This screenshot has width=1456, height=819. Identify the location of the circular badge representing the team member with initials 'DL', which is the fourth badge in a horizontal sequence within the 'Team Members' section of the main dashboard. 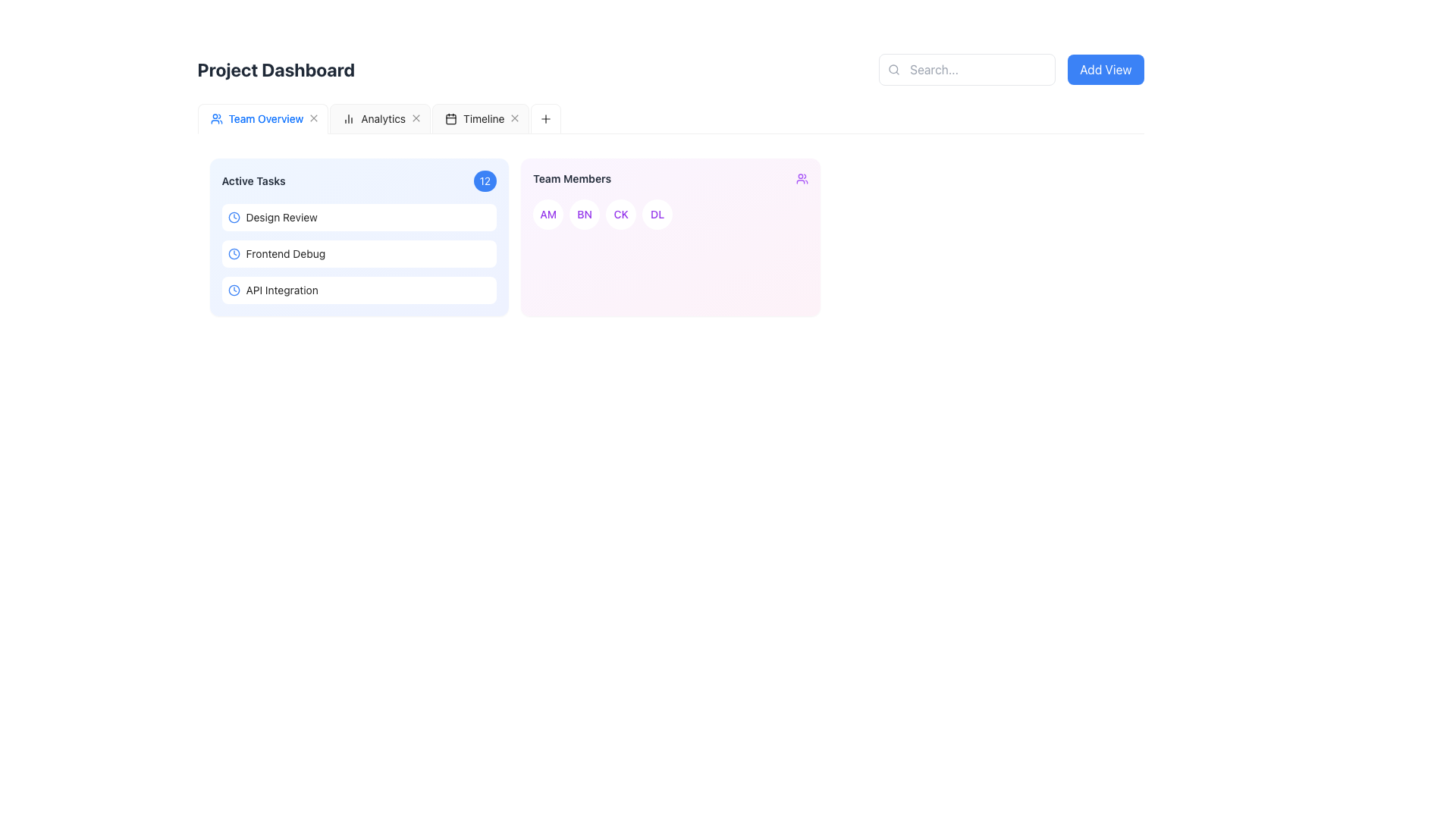
(657, 214).